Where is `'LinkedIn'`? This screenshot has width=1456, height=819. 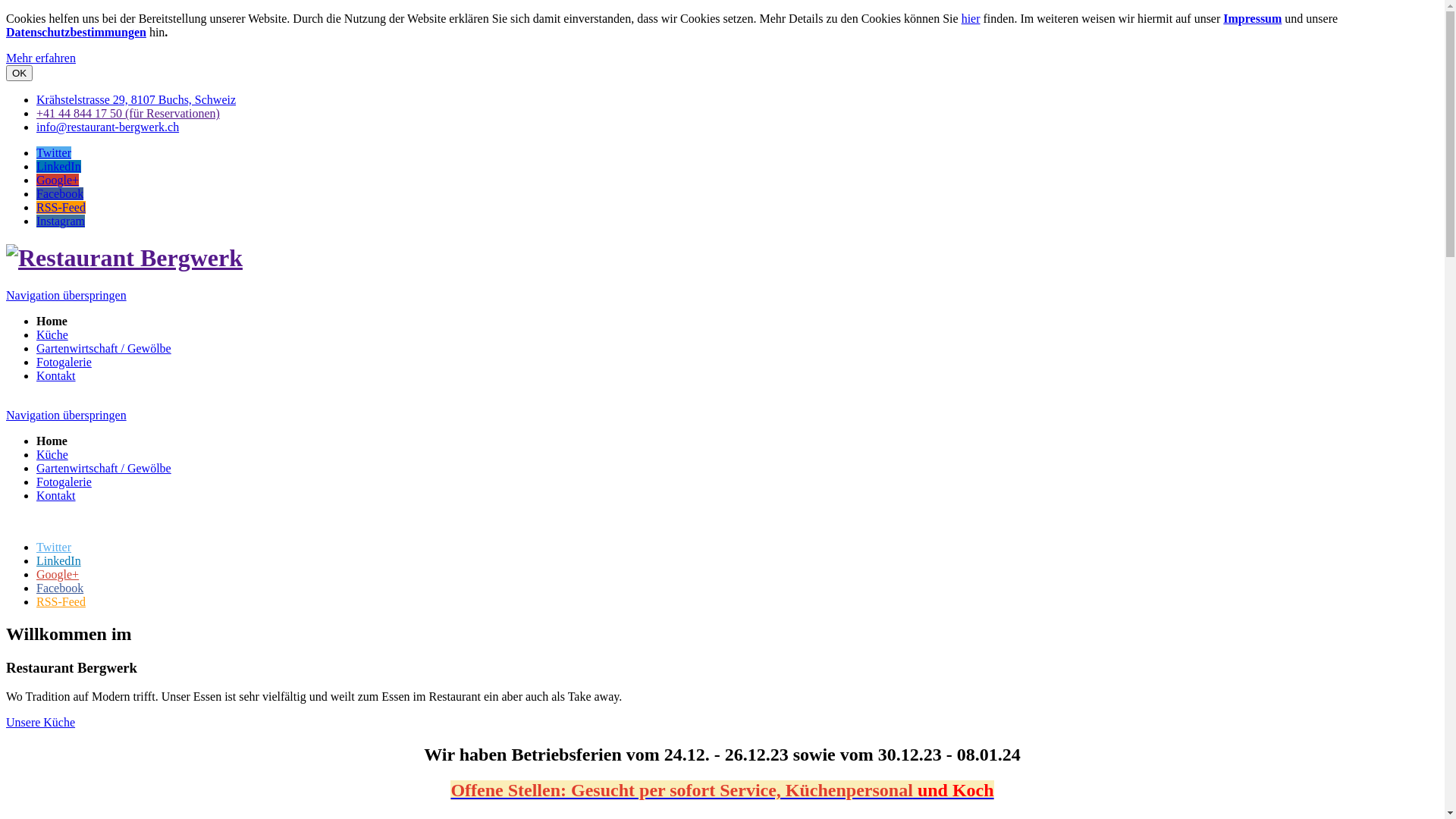
'LinkedIn' is located at coordinates (58, 166).